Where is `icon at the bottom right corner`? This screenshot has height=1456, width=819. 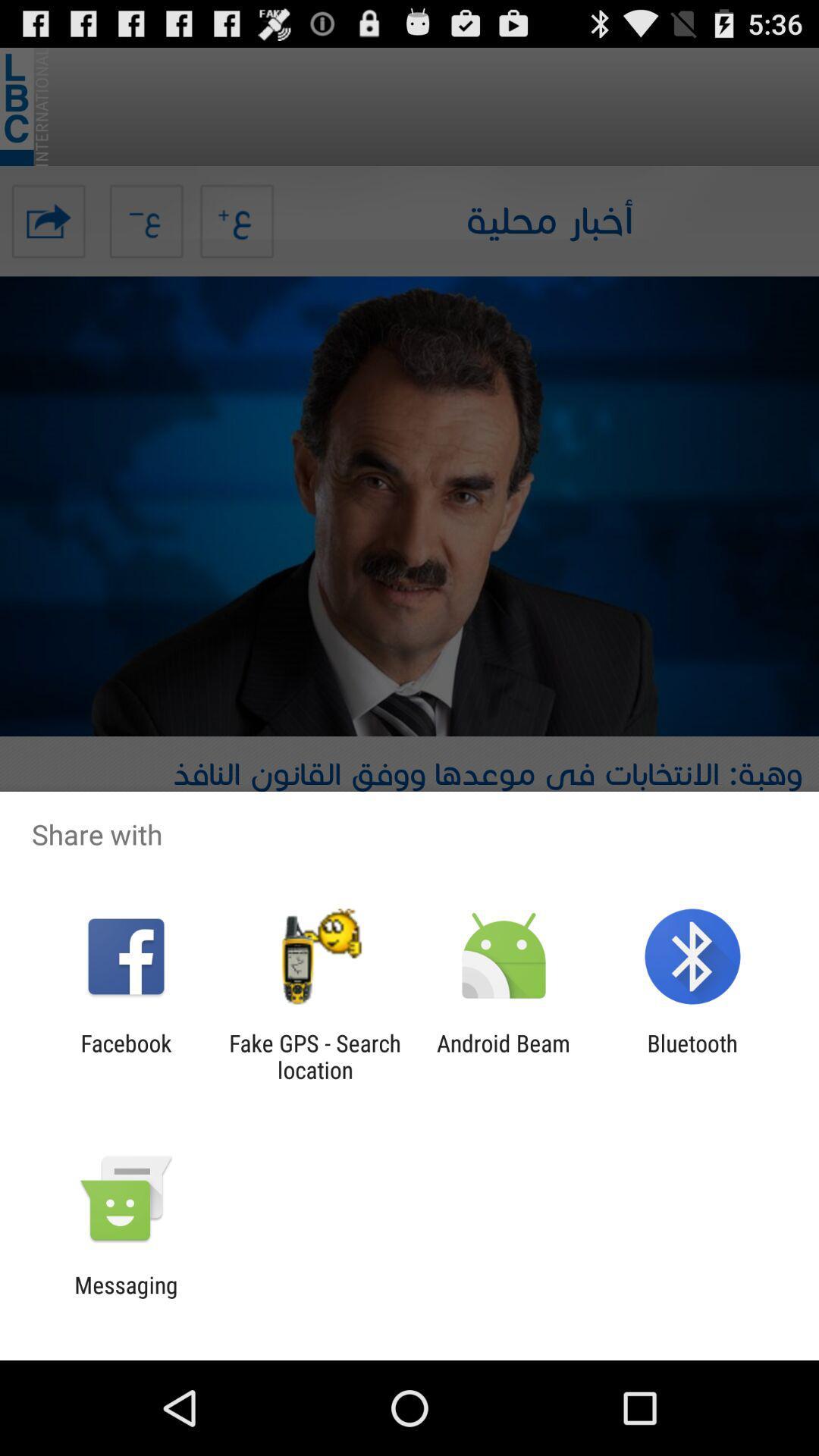
icon at the bottom right corner is located at coordinates (692, 1056).